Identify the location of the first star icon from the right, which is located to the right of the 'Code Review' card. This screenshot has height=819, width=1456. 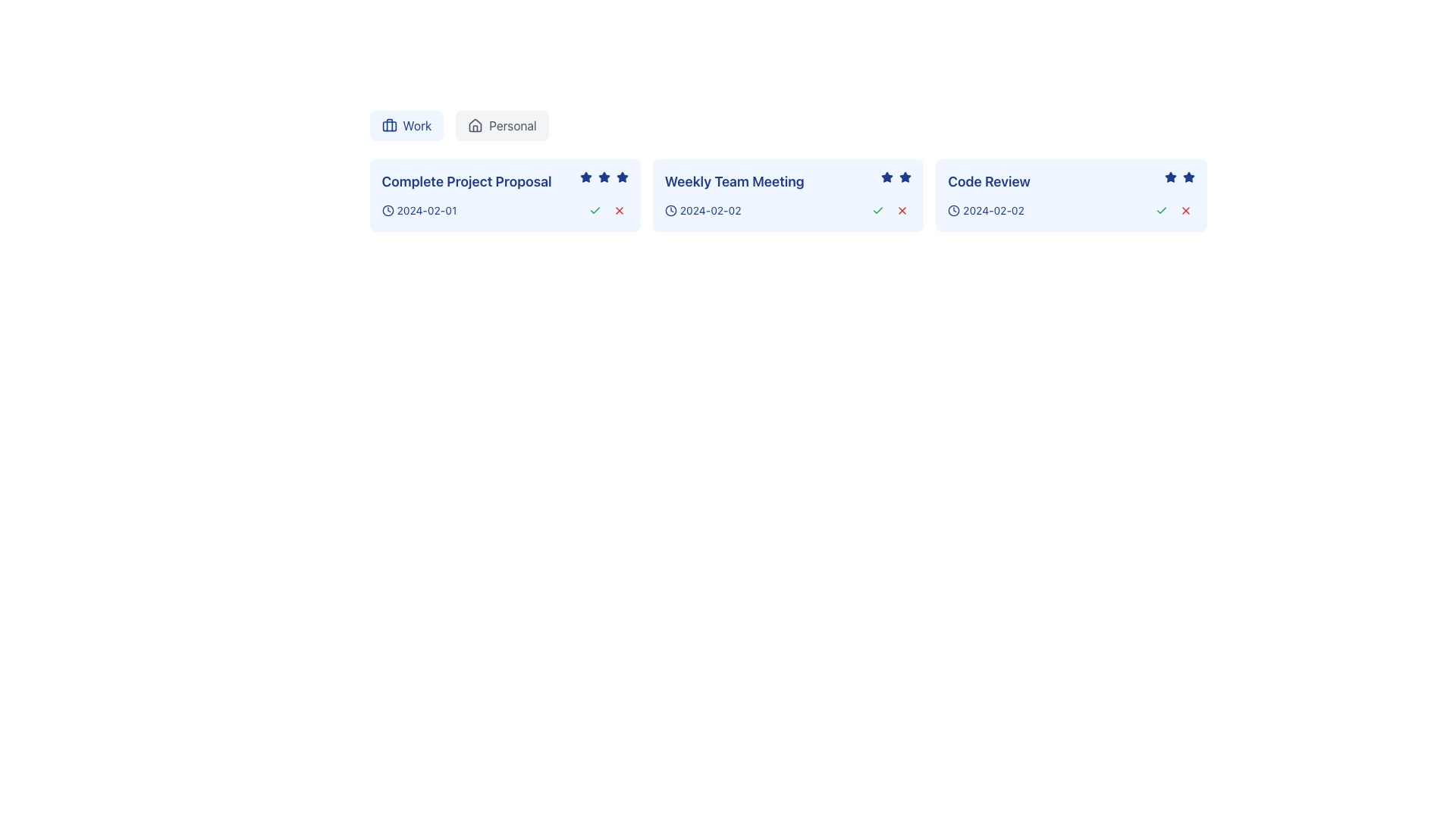
(1169, 177).